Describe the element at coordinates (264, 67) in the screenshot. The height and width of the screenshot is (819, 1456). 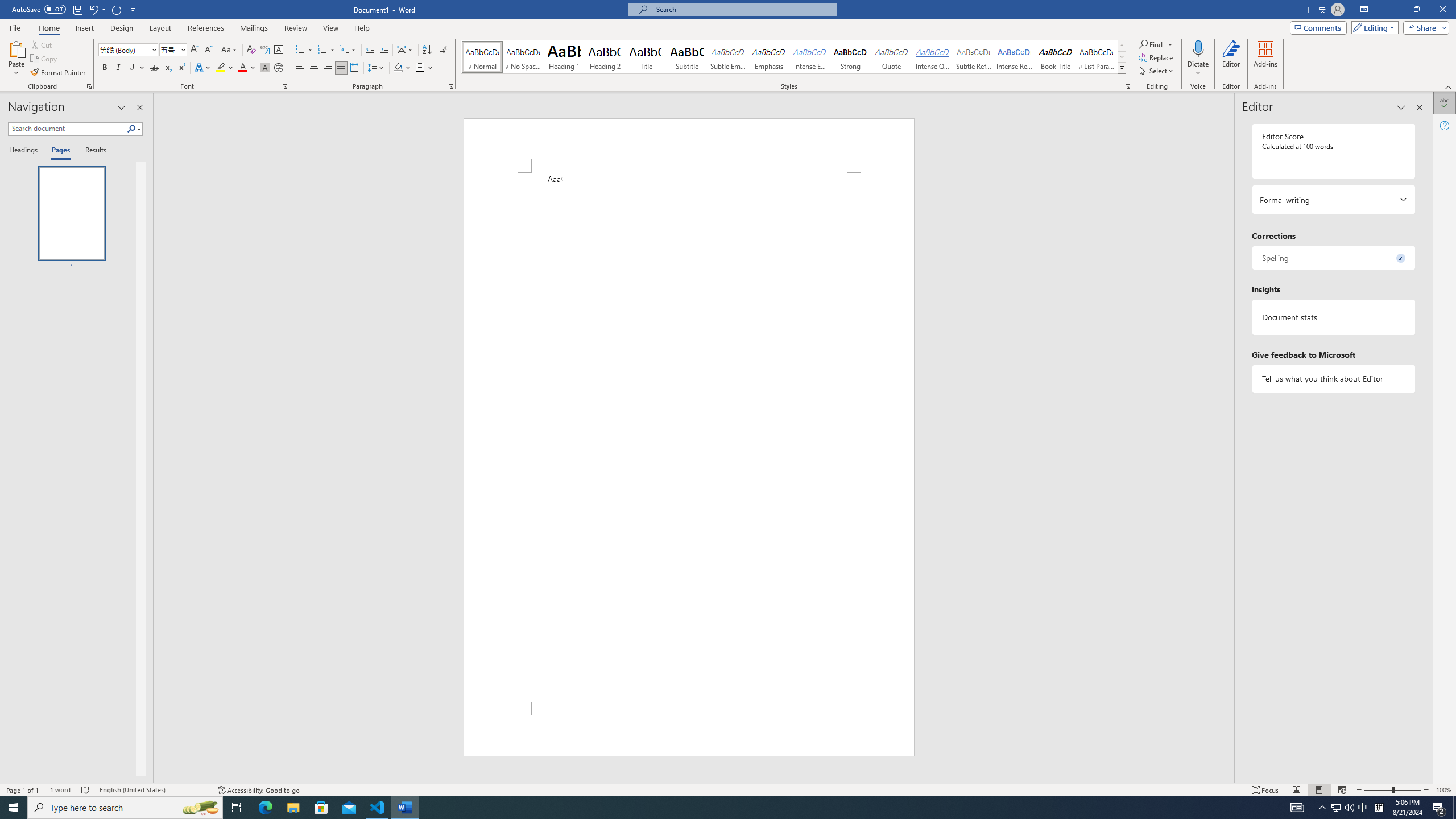
I see `'Character Shading'` at that location.